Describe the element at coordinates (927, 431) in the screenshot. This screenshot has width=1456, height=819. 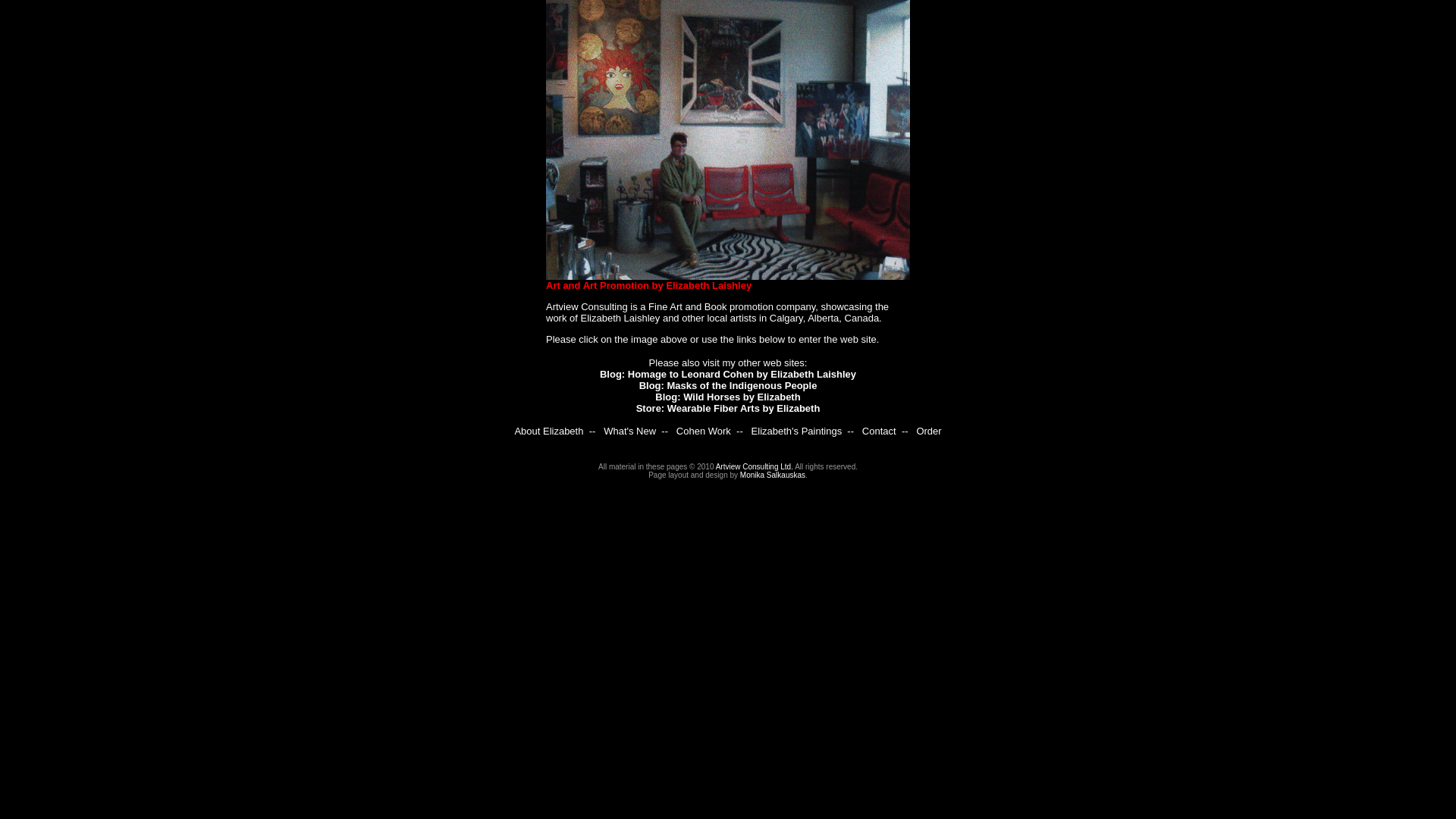
I see `'Order'` at that location.